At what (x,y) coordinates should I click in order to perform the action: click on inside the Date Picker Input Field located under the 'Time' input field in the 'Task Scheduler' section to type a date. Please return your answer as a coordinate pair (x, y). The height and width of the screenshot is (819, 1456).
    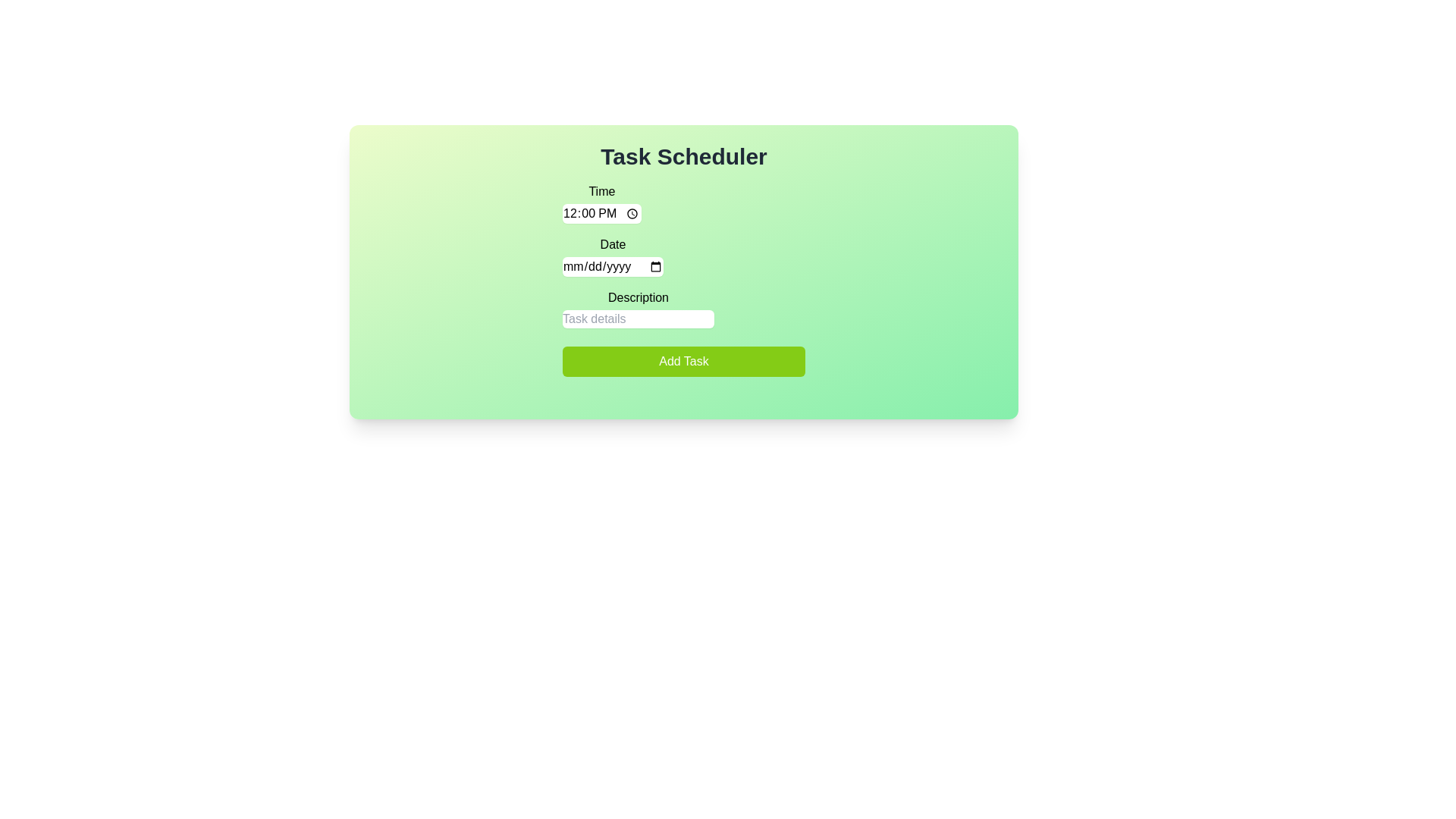
    Looking at the image, I should click on (613, 256).